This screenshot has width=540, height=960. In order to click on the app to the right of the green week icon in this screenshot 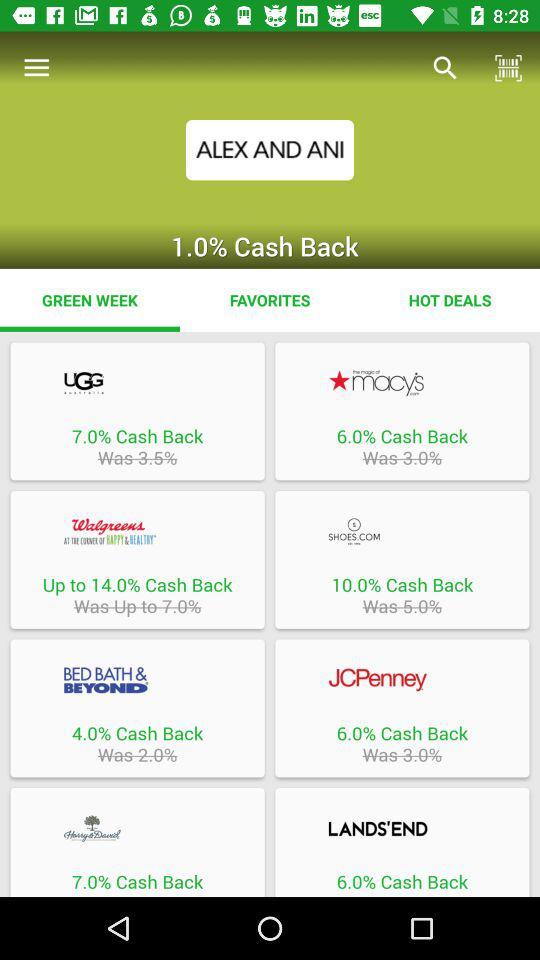, I will do `click(270, 299)`.